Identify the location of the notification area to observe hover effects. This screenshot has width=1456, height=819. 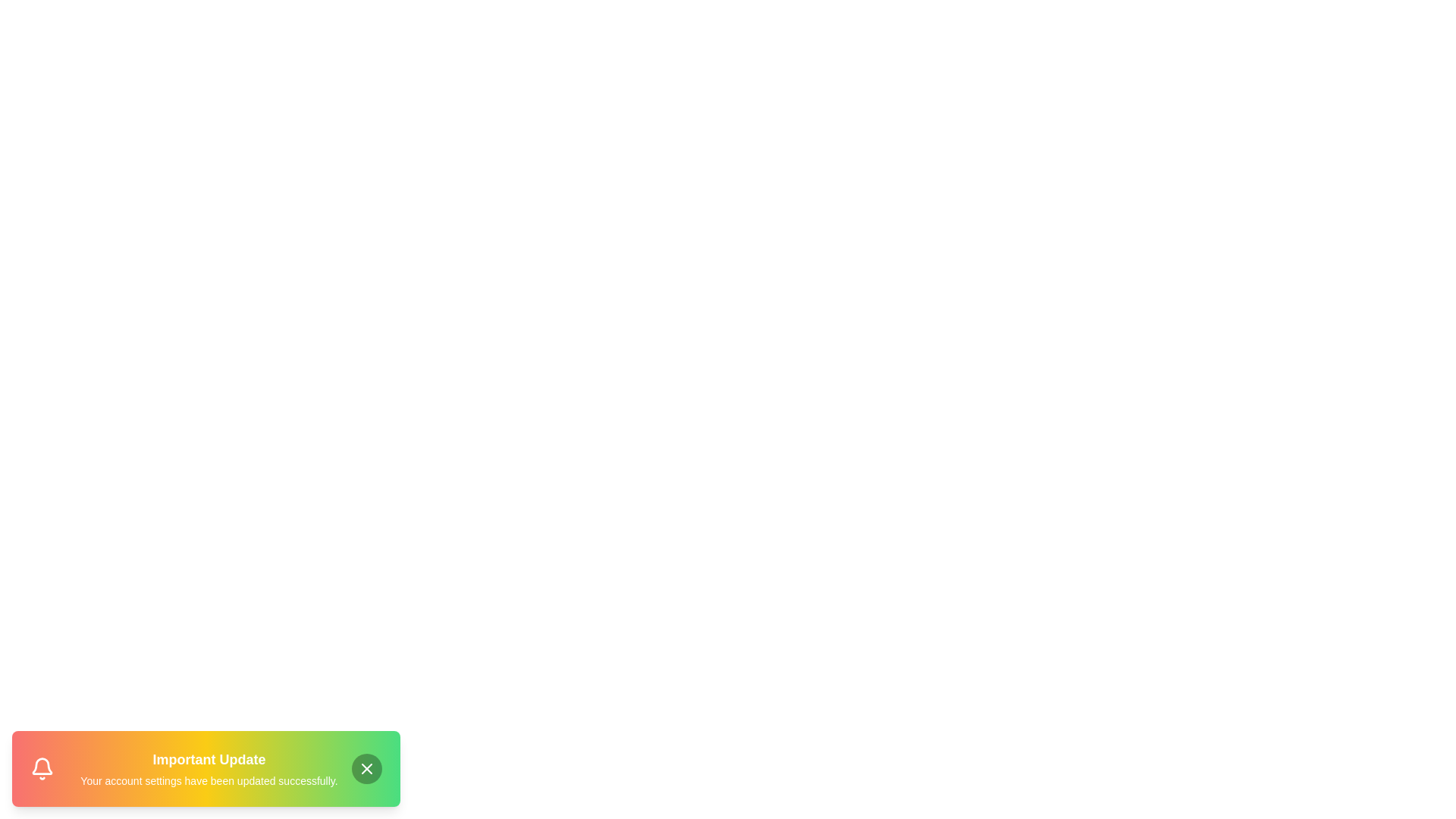
(206, 769).